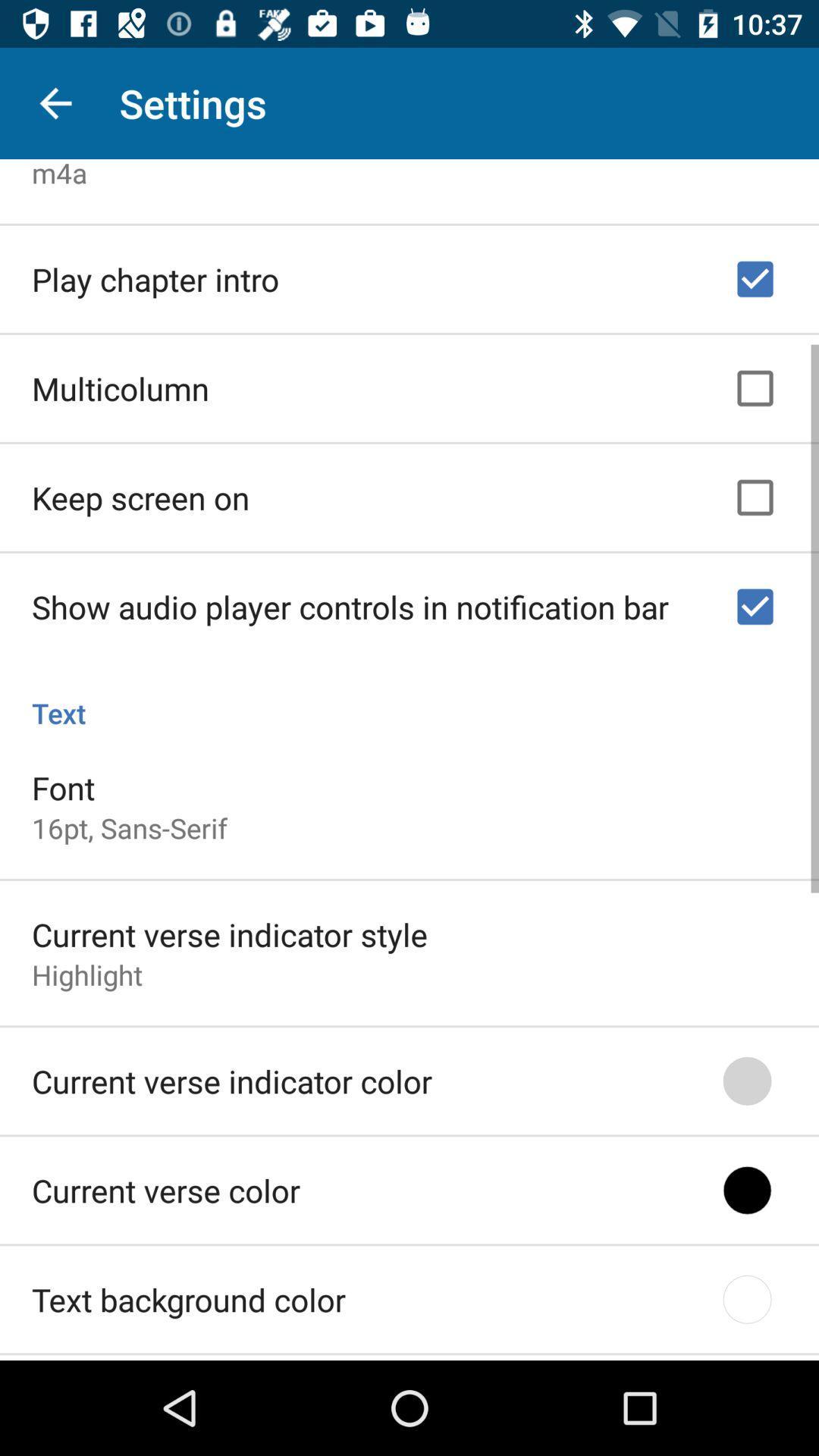  Describe the element at coordinates (350, 601) in the screenshot. I see `item above the text` at that location.